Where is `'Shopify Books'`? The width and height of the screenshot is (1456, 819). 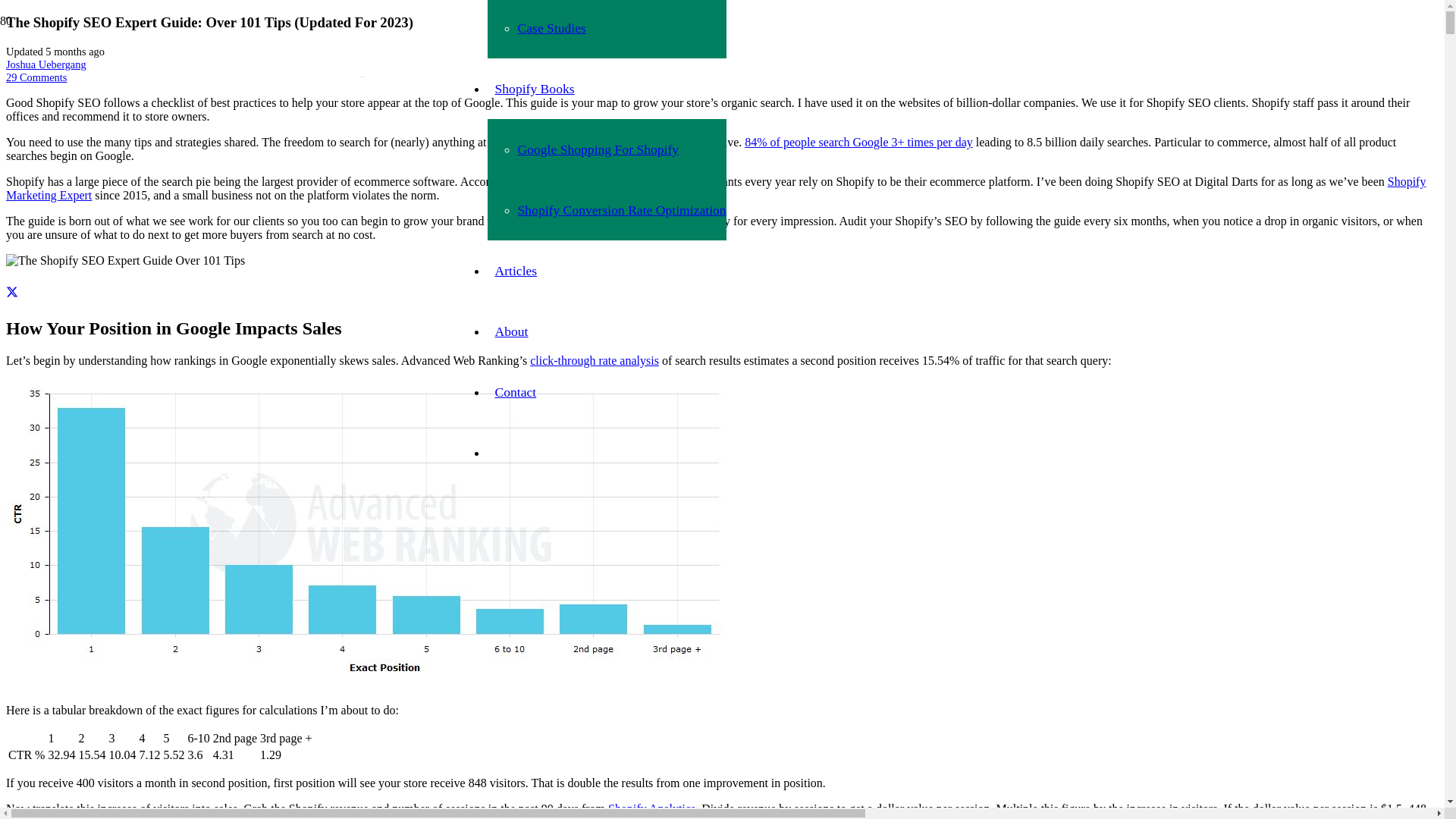 'Shopify Books' is located at coordinates (534, 88).